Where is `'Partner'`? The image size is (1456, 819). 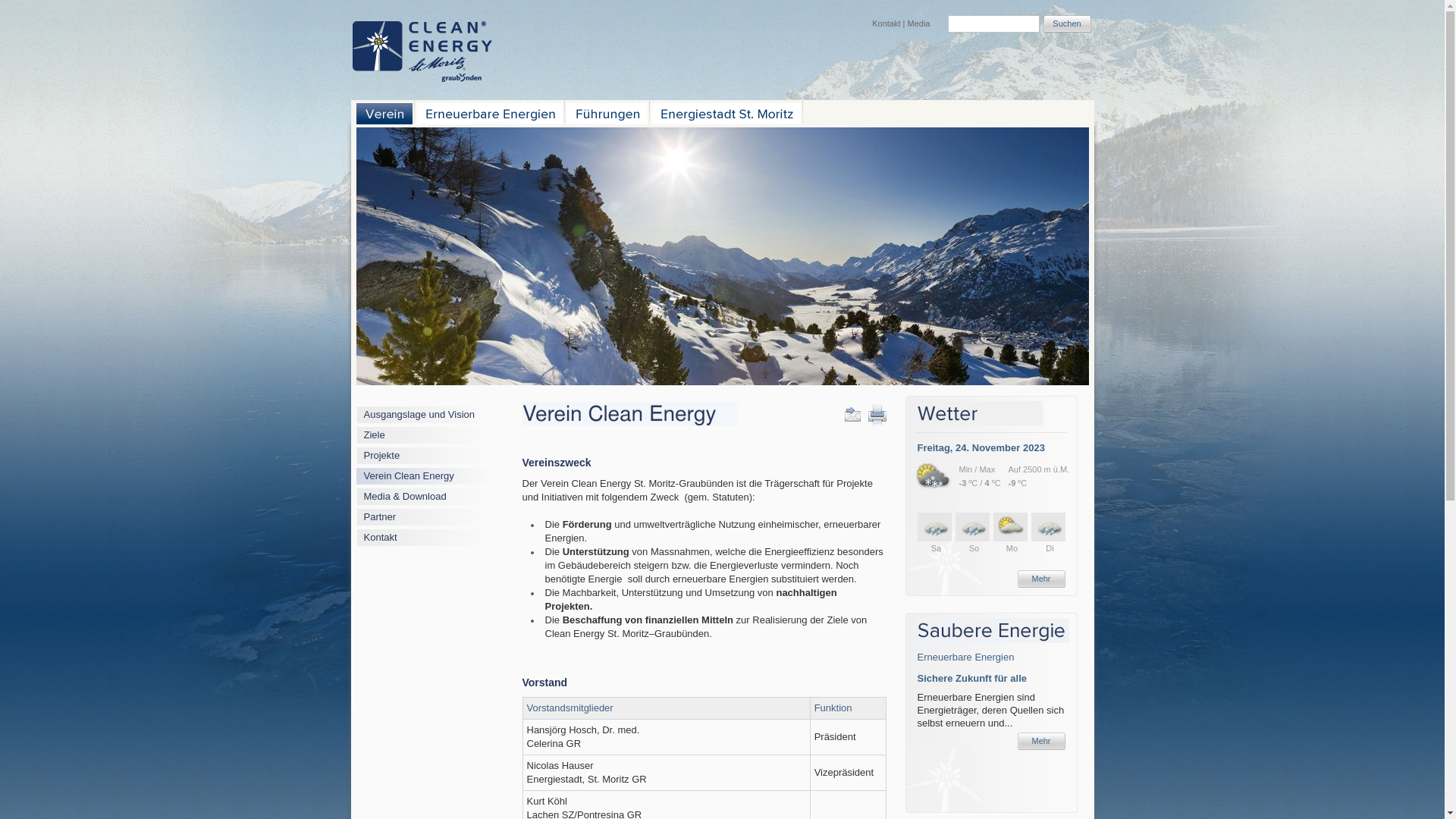 'Partner' is located at coordinates (380, 516).